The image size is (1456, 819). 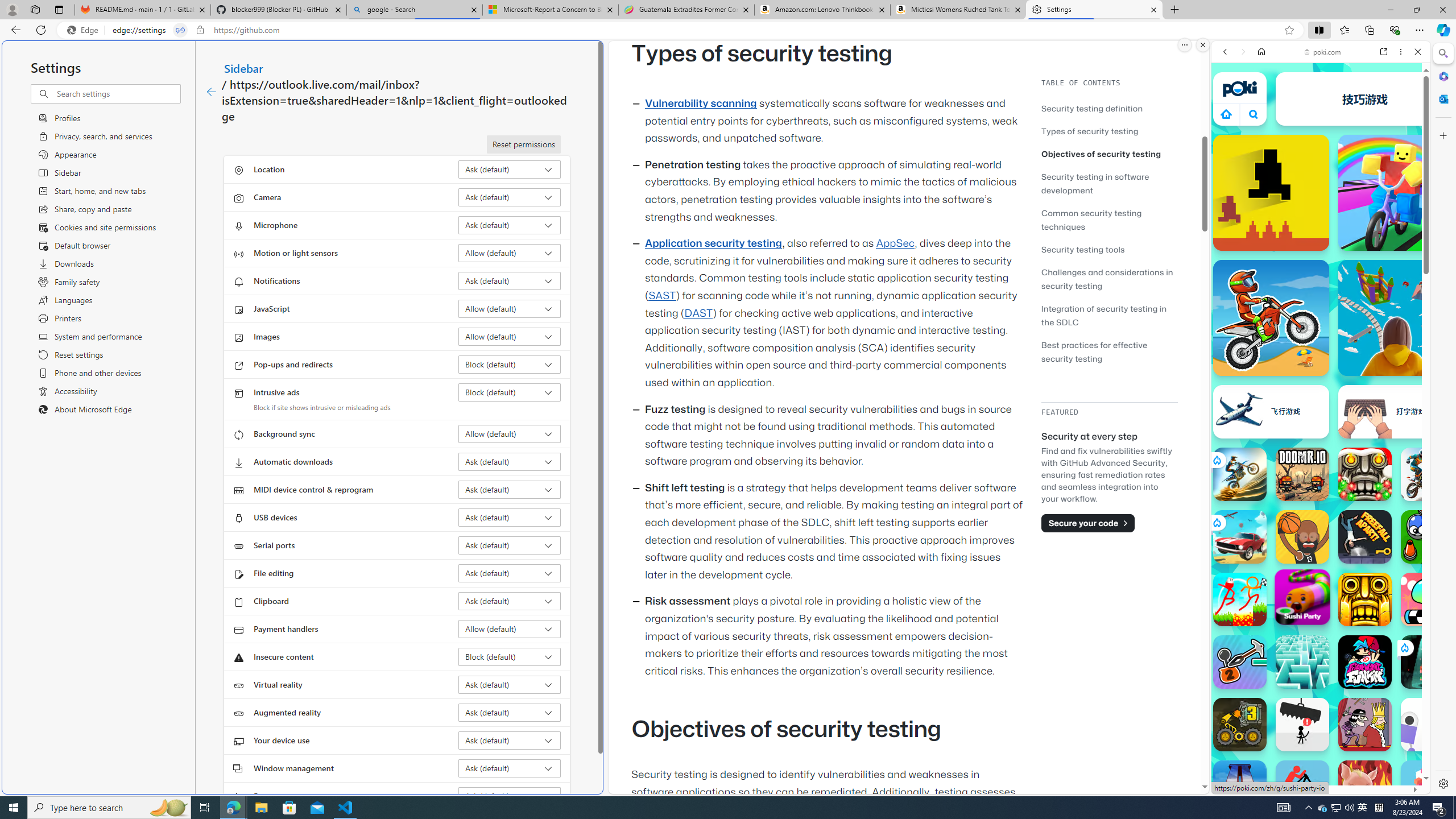 I want to click on 'Moto X3M Moto X3M', so click(x=1270, y=317).